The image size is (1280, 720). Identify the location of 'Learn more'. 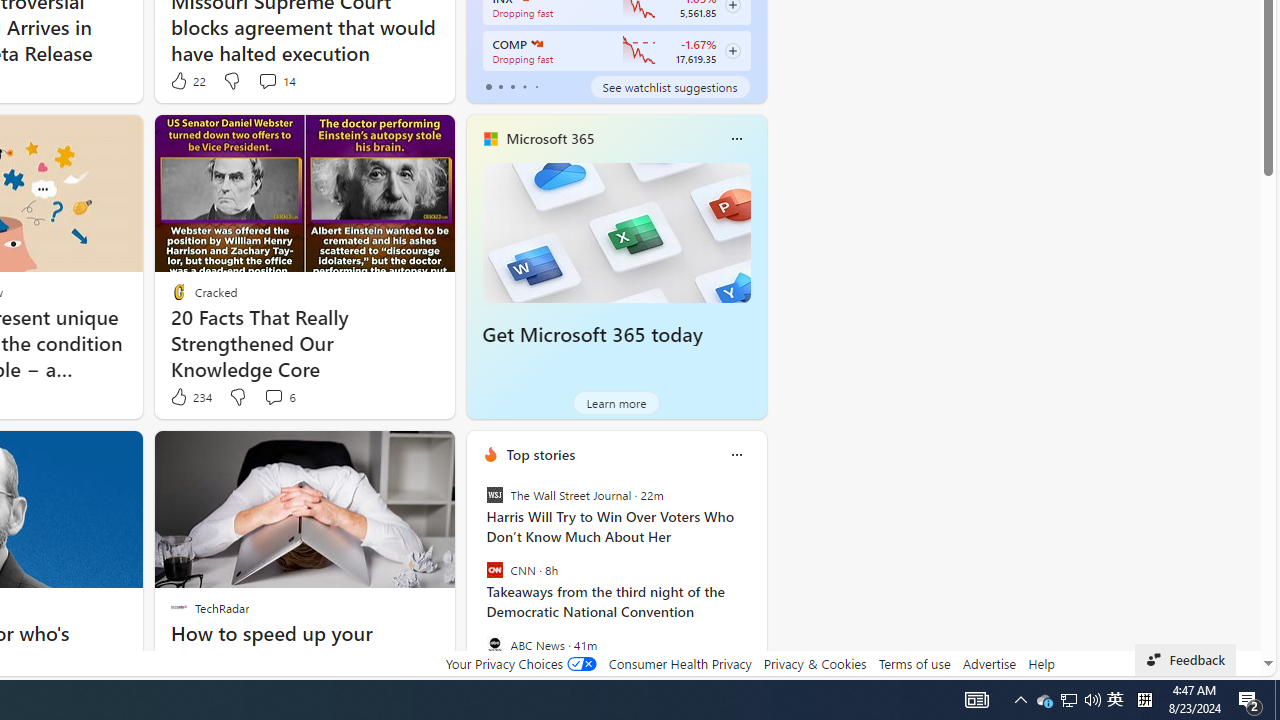
(615, 402).